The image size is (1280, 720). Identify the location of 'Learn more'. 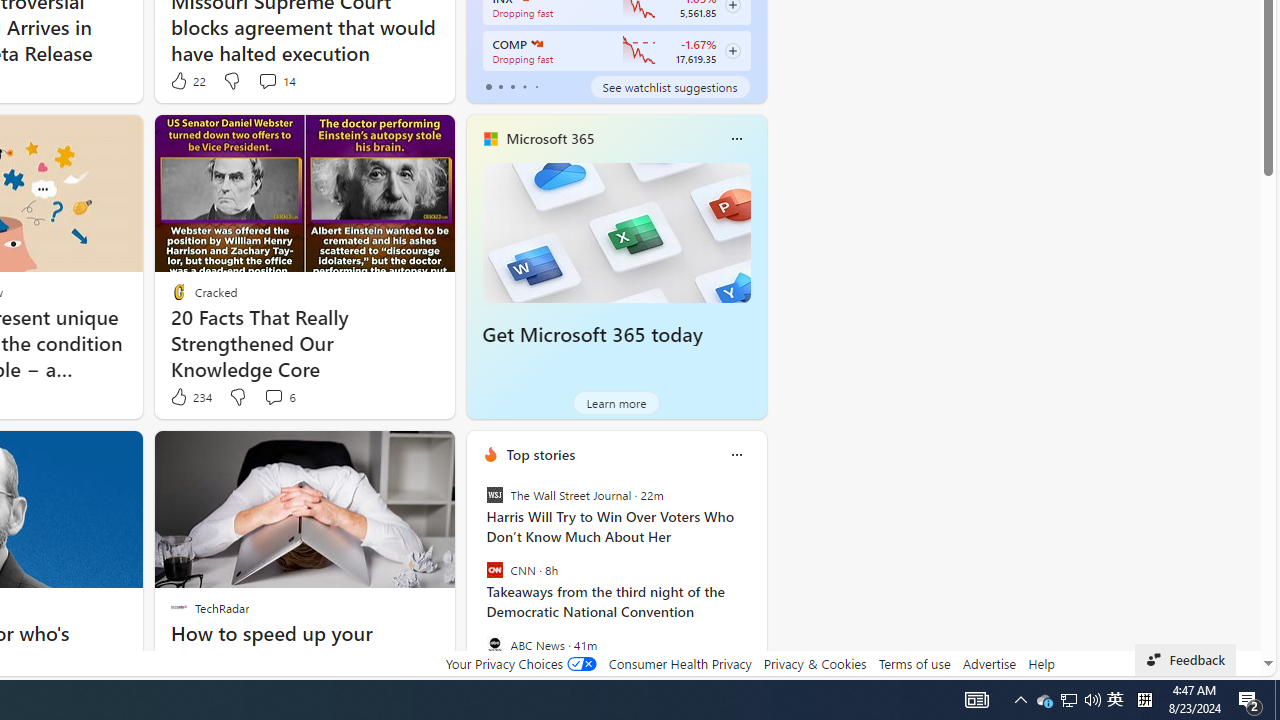
(615, 402).